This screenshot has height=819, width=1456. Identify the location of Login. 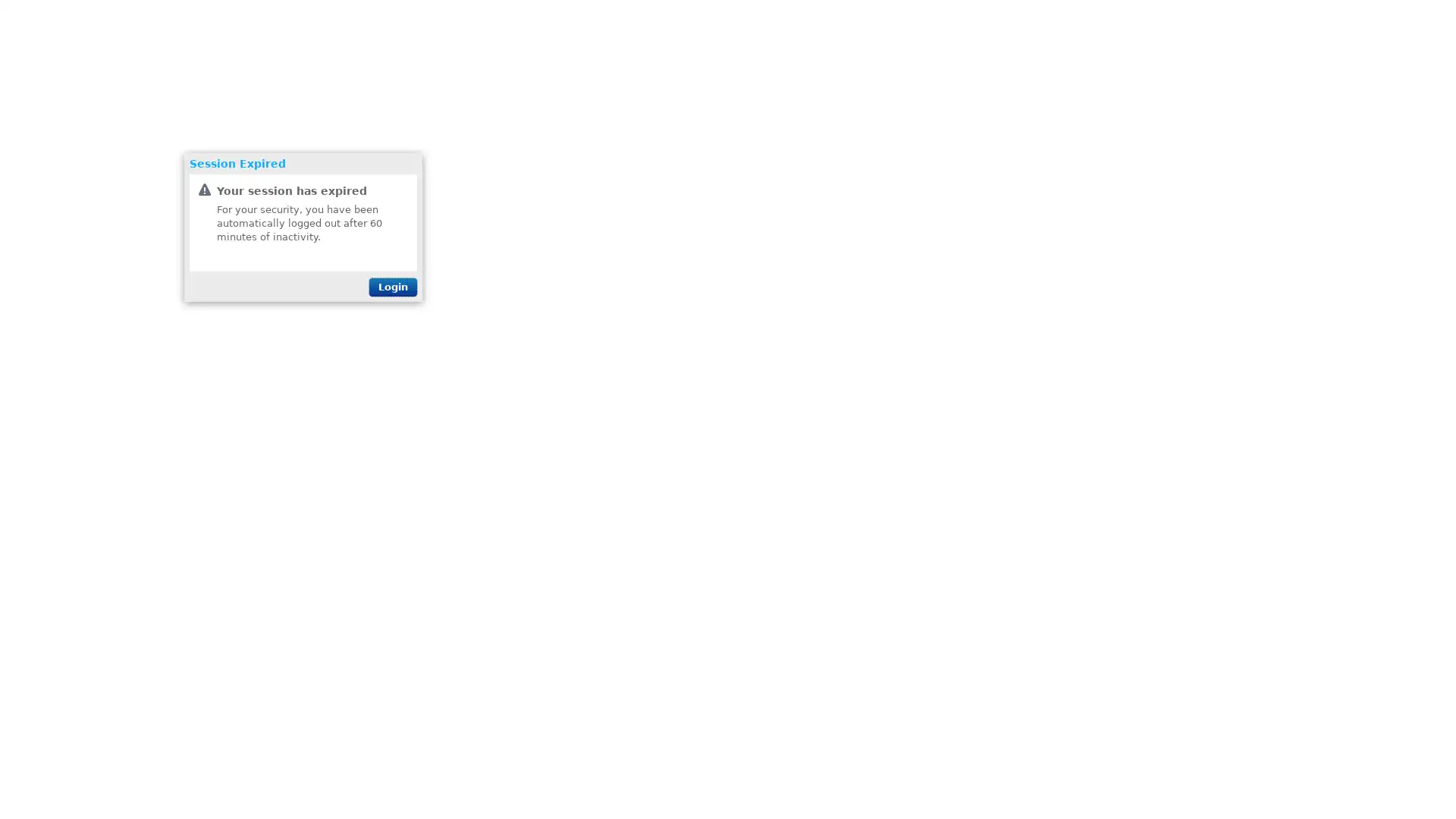
(393, 287).